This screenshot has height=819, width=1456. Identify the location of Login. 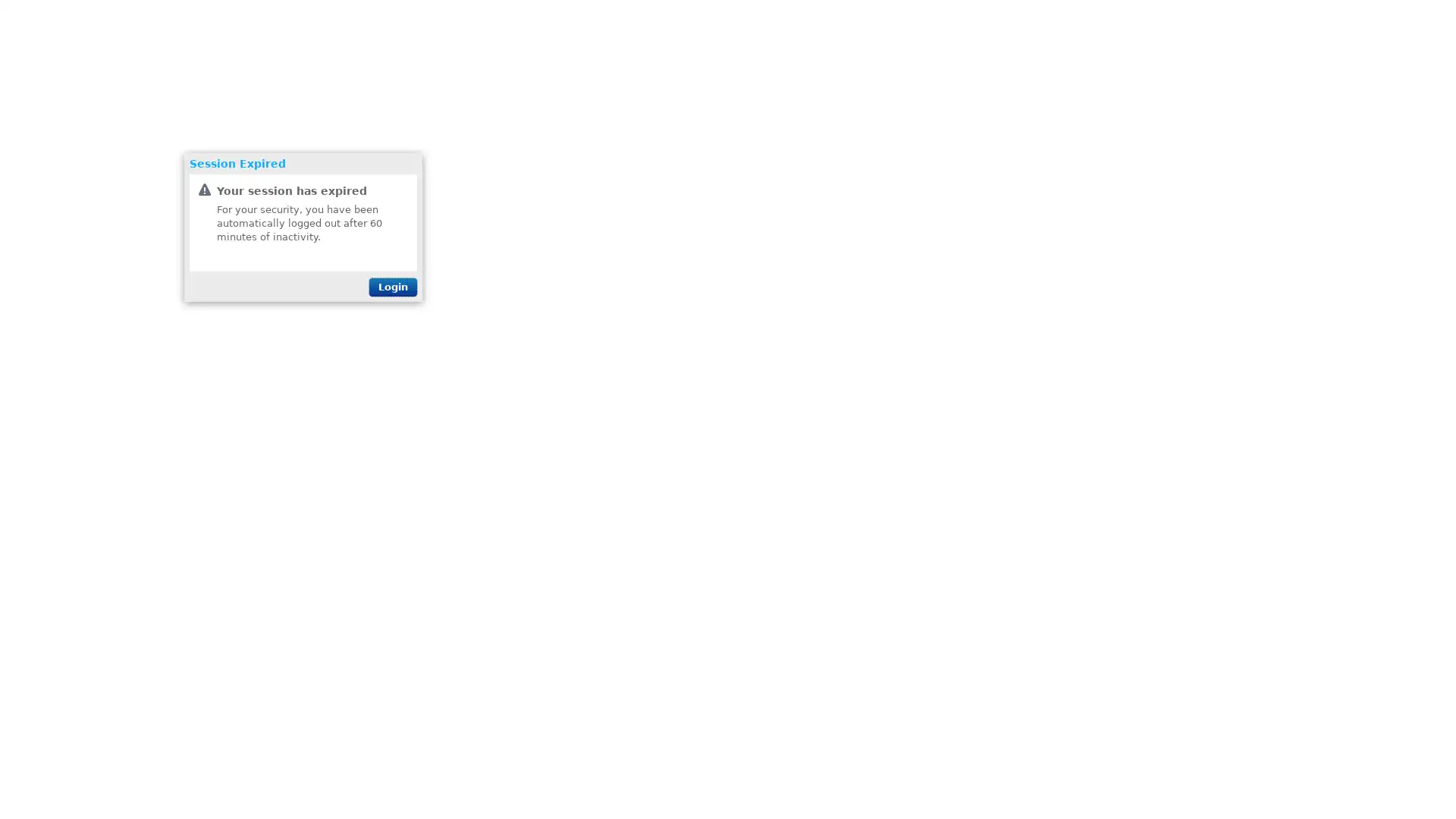
(393, 287).